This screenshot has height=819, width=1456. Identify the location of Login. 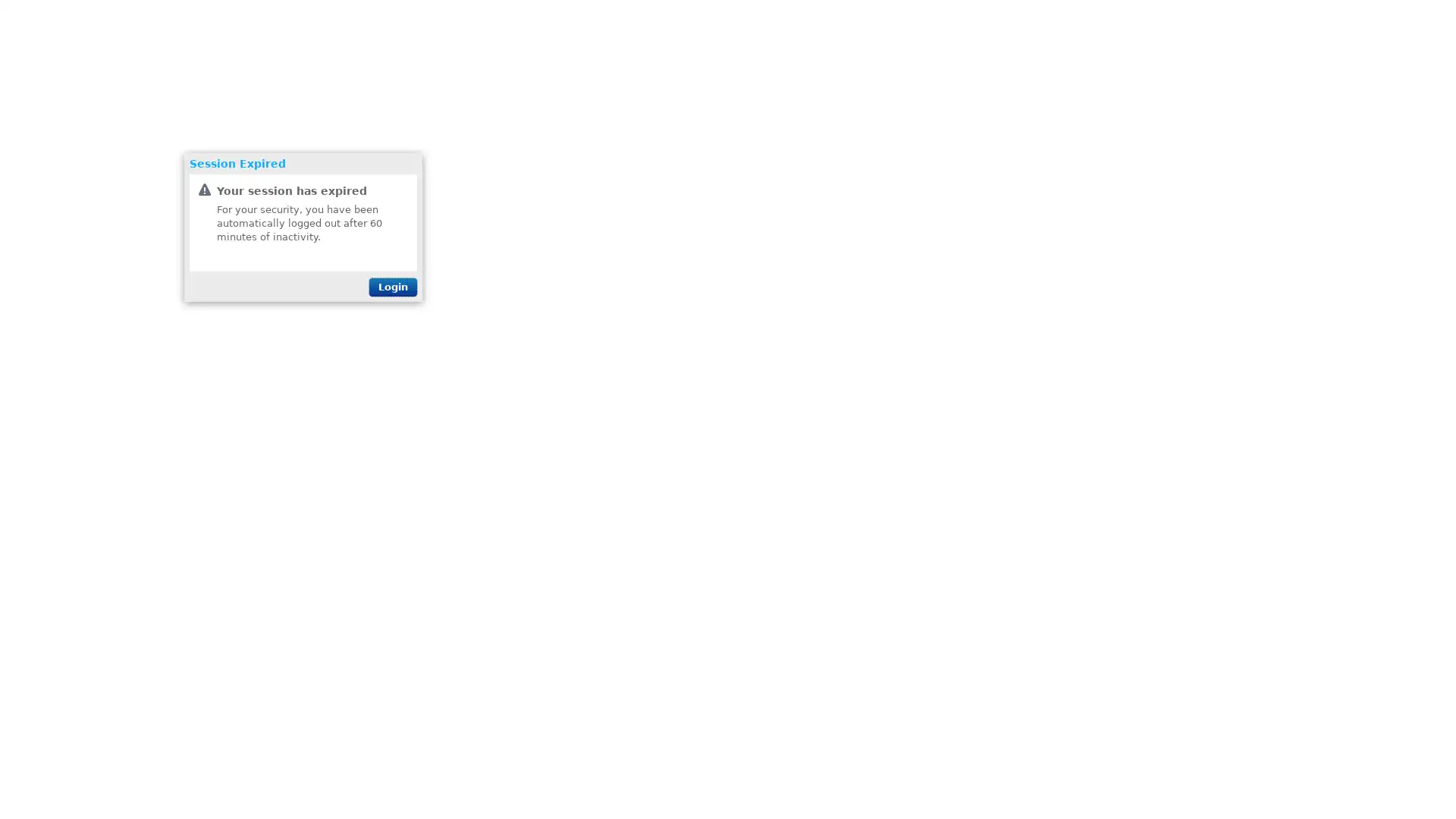
(393, 287).